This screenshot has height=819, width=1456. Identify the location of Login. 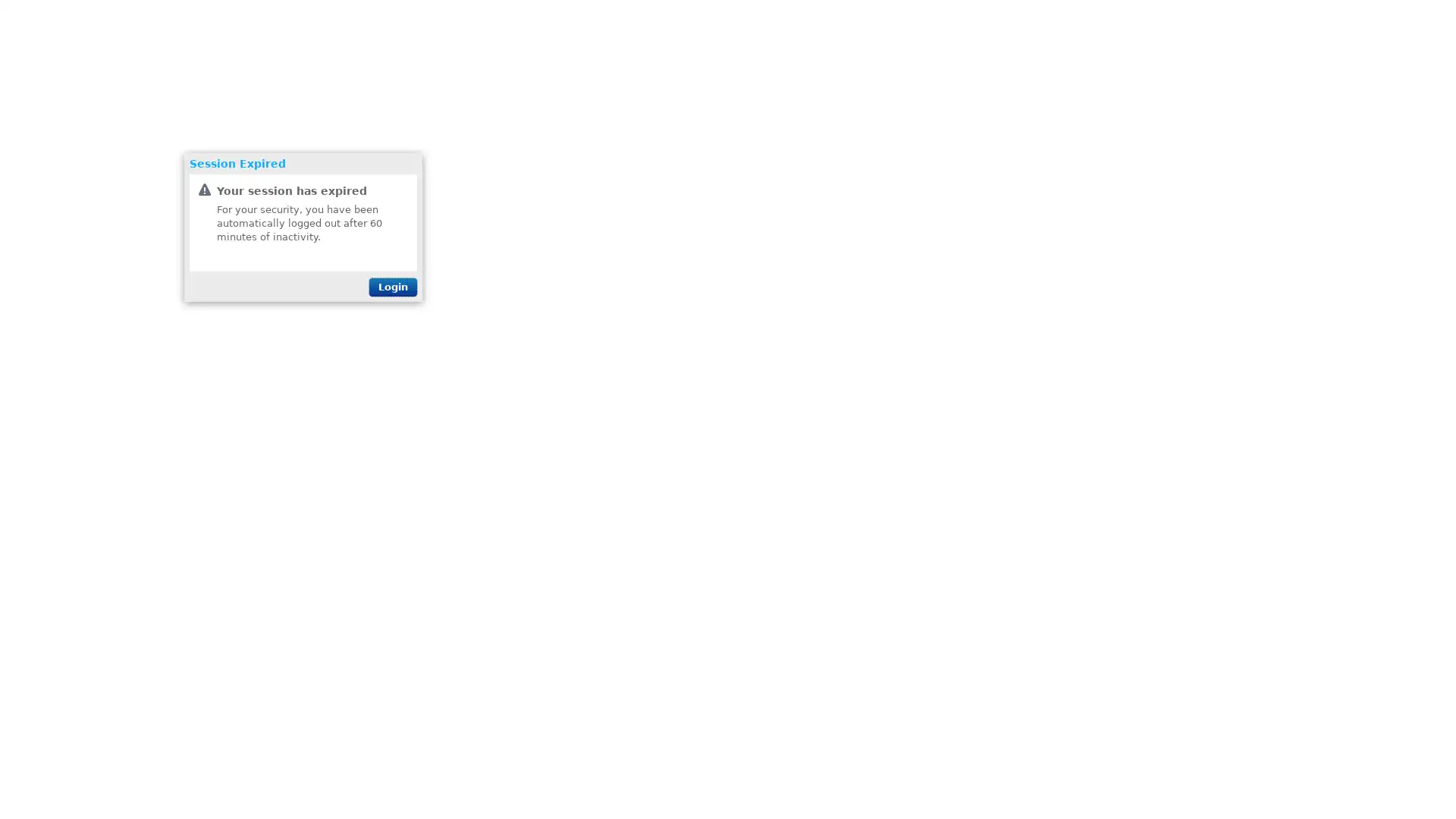
(393, 287).